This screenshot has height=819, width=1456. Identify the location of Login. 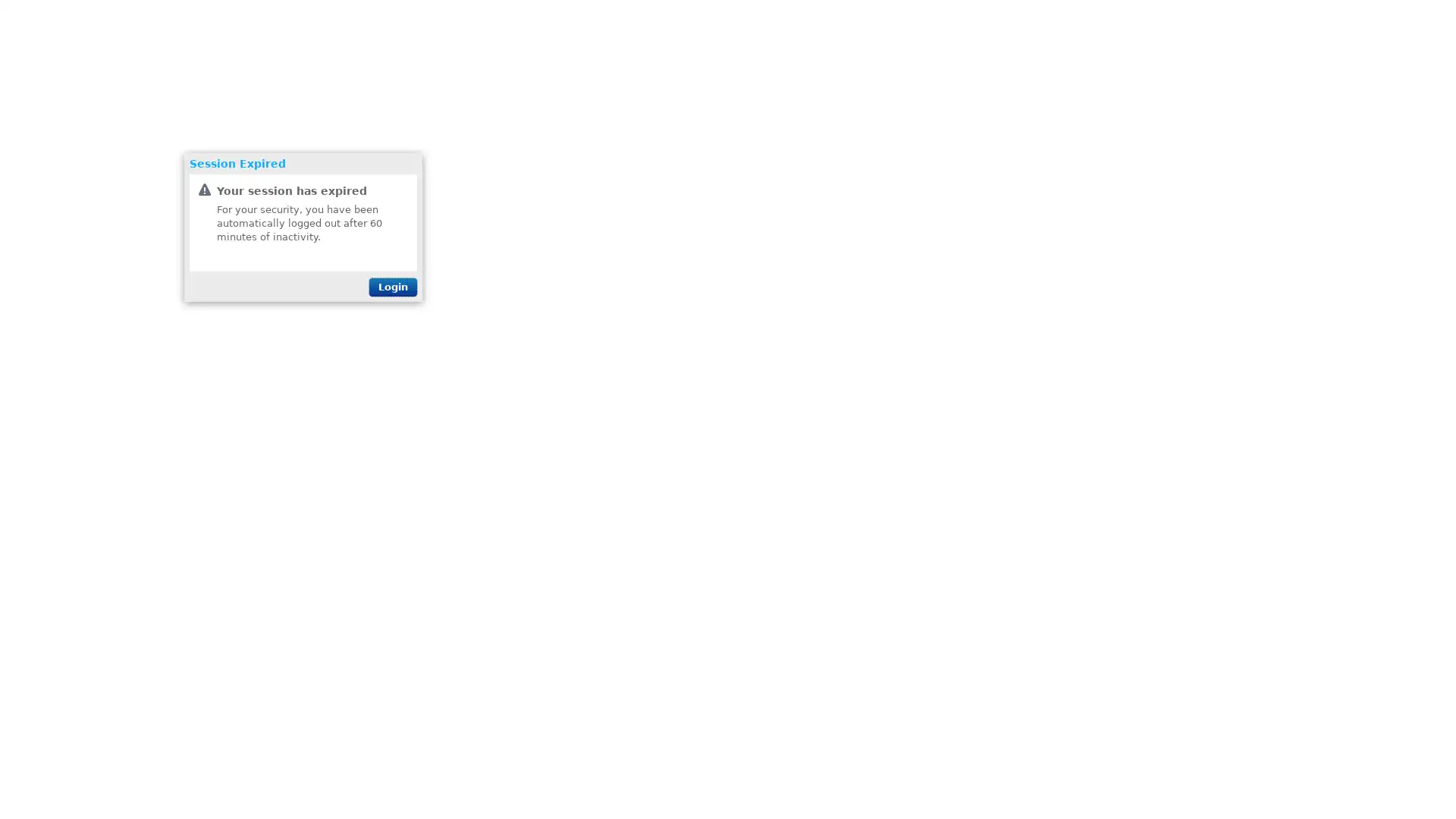
(393, 287).